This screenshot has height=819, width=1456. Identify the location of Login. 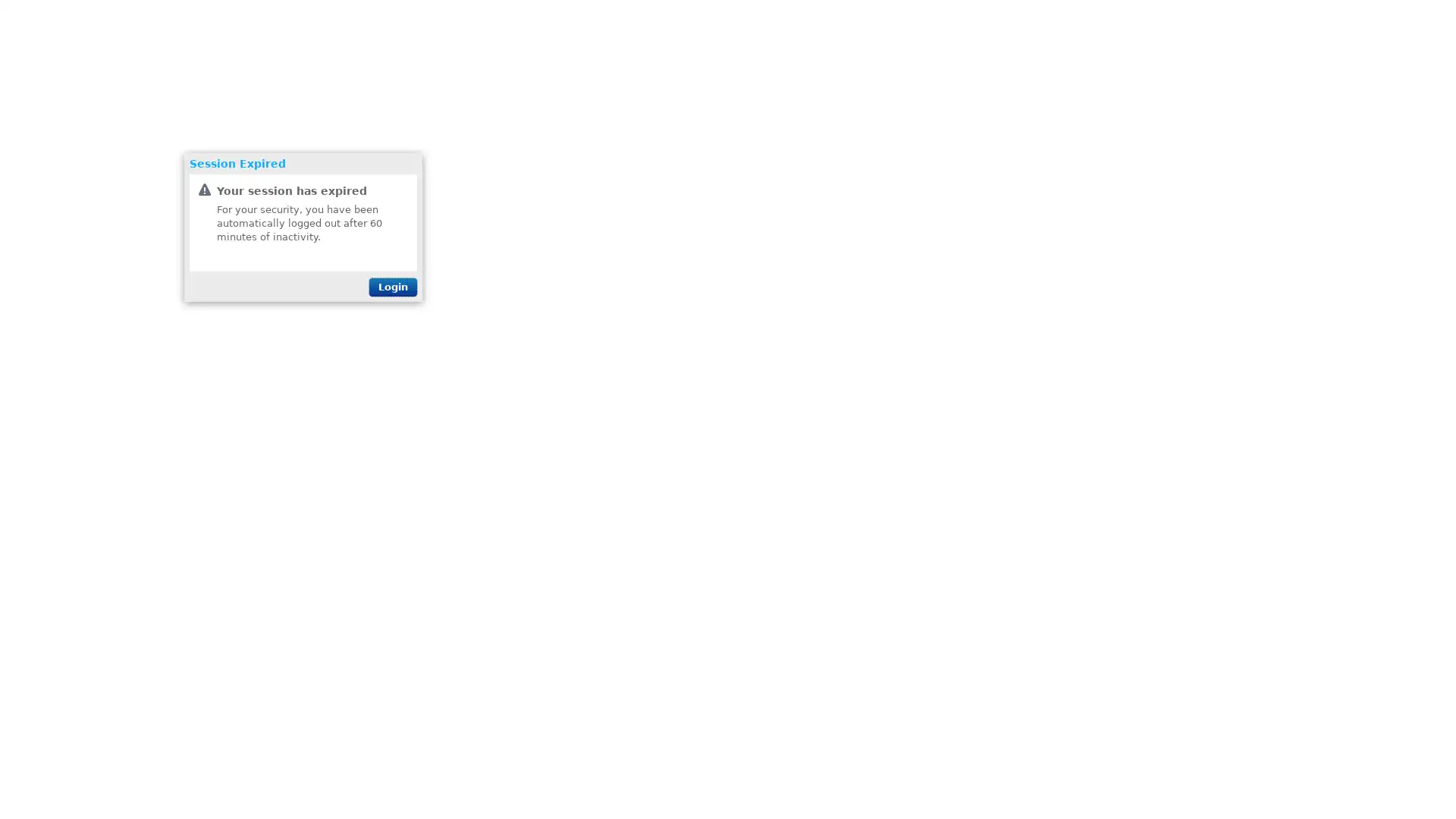
(393, 287).